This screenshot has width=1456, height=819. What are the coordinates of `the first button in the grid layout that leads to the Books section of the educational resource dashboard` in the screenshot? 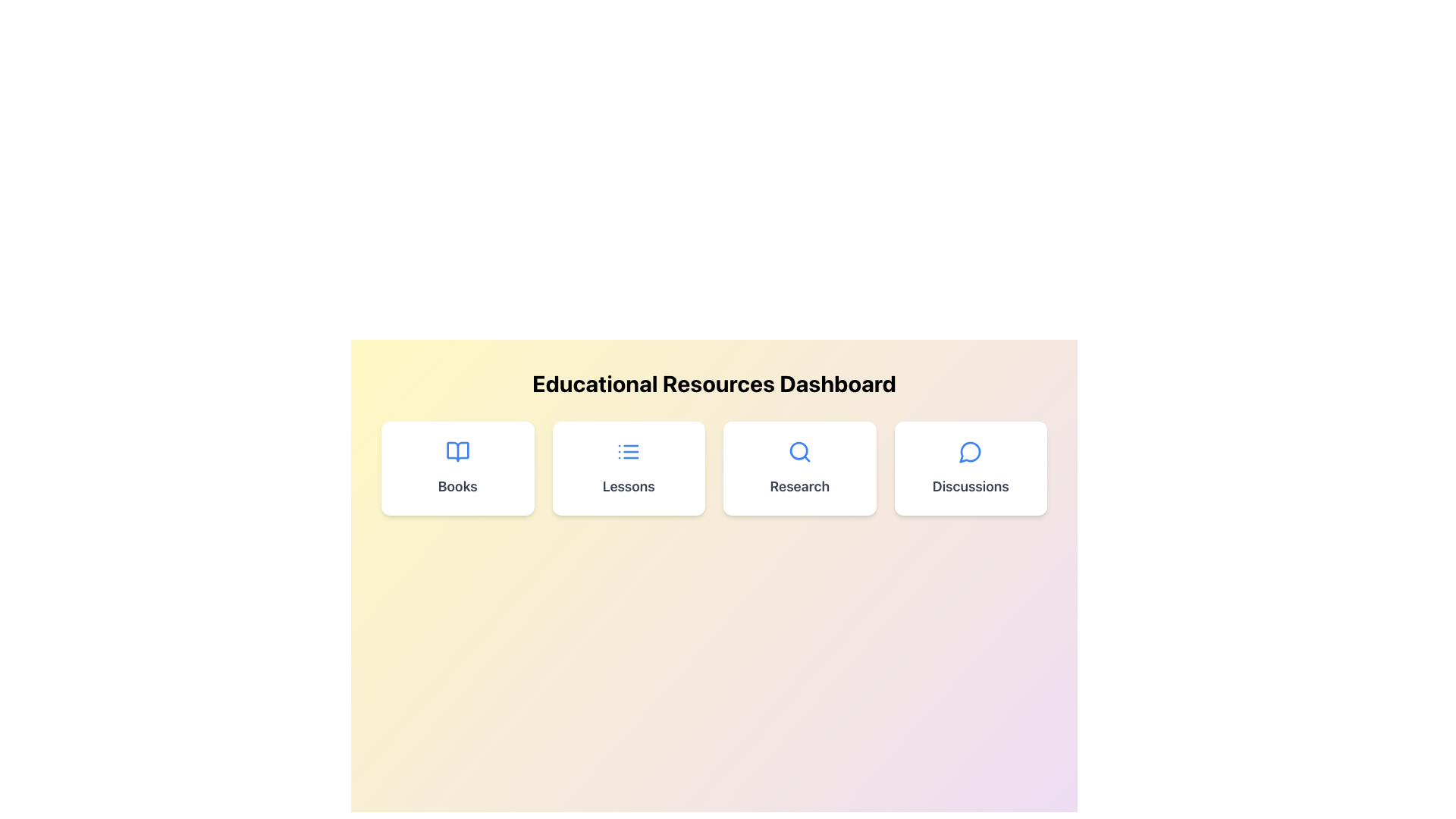 It's located at (457, 467).